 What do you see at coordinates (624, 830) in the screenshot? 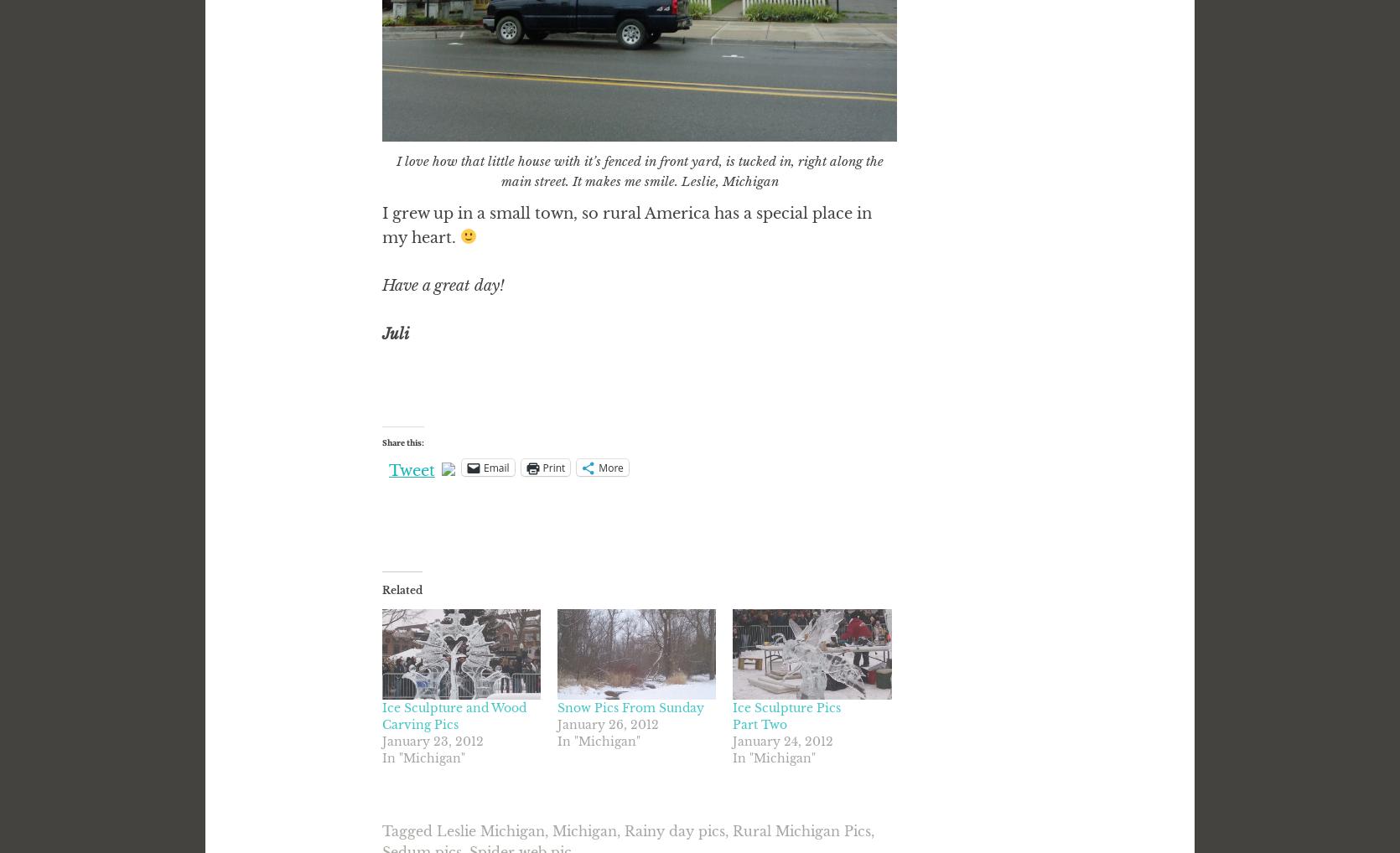
I see `'Rainy day pics'` at bounding box center [624, 830].